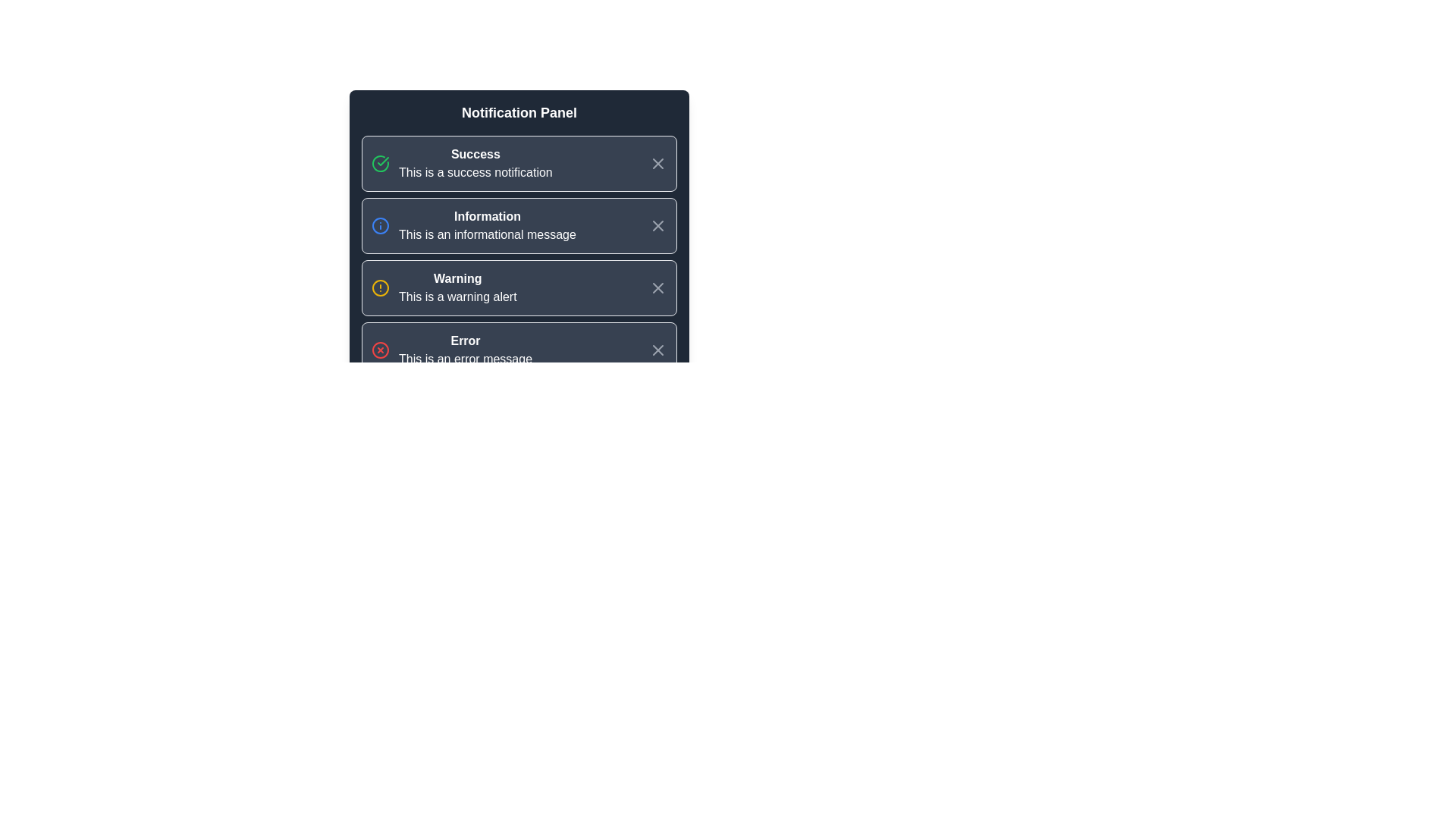 Image resolution: width=1456 pixels, height=819 pixels. Describe the element at coordinates (658, 350) in the screenshot. I see `the close button, which resembles a close symbol with two diagonal lines, located at the far right end of the notification panel displaying the 'Error' message` at that location.